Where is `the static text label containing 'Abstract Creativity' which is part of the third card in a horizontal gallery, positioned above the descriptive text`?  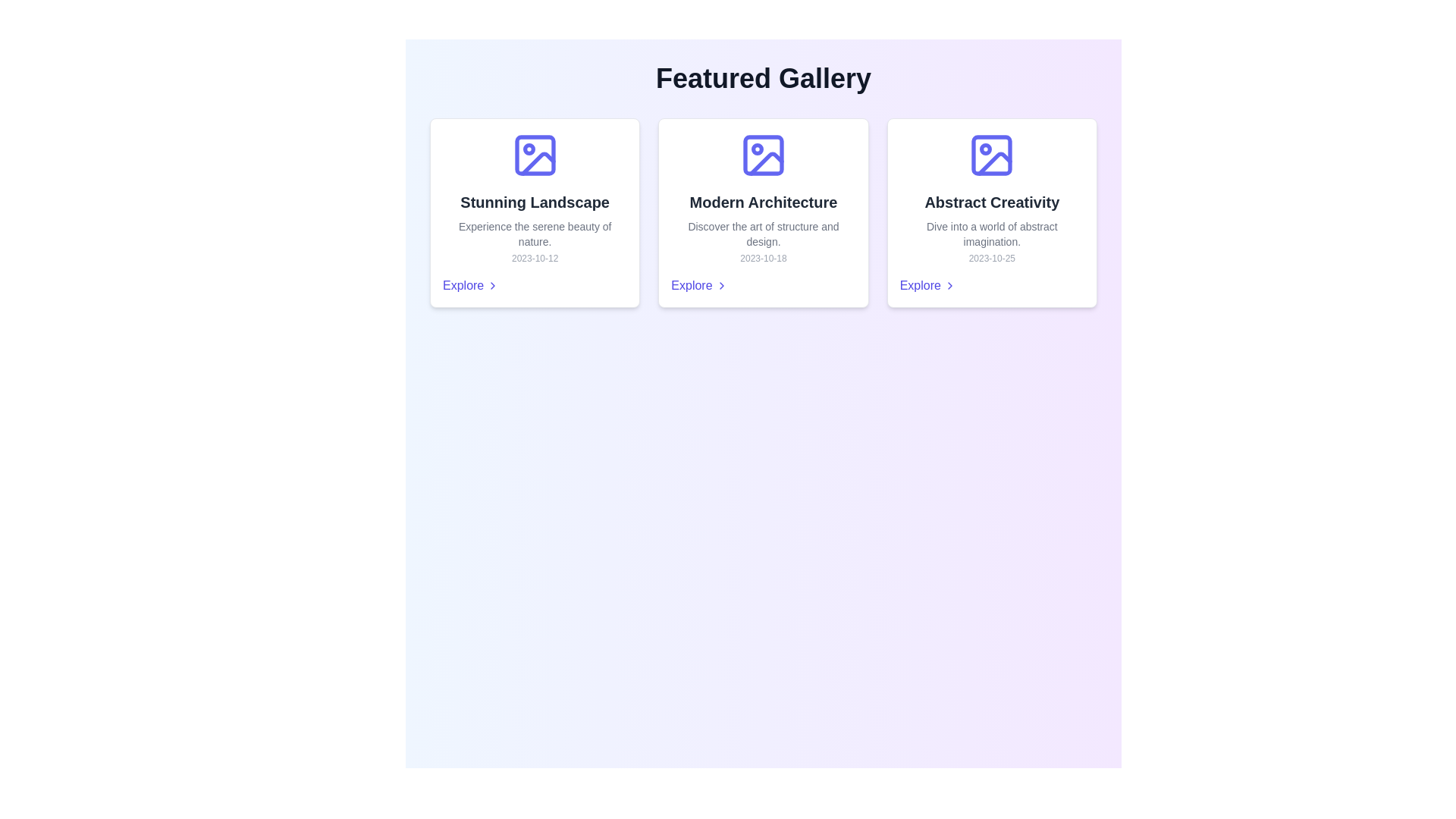 the static text label containing 'Abstract Creativity' which is part of the third card in a horizontal gallery, positioned above the descriptive text is located at coordinates (992, 201).